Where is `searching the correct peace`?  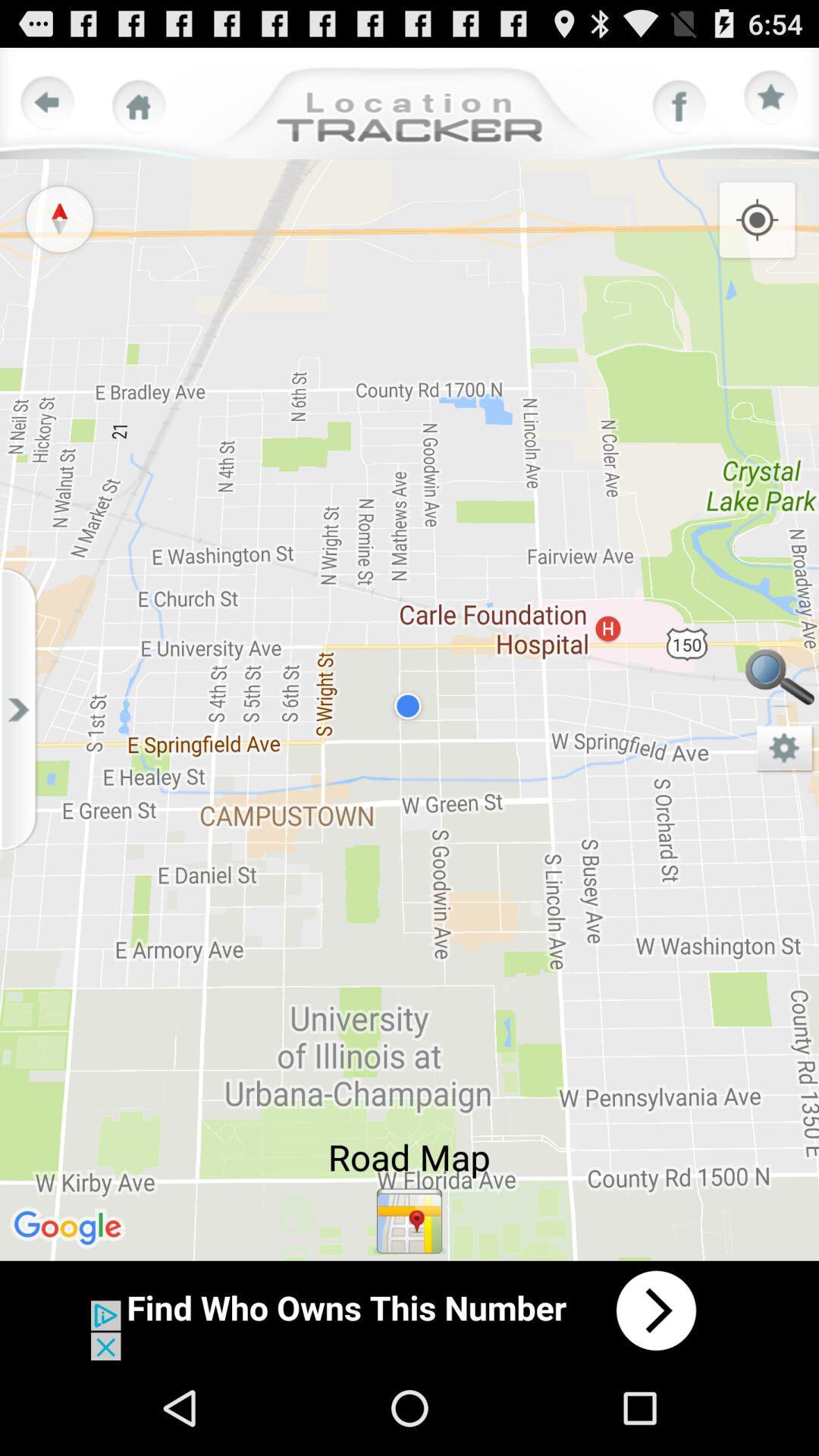
searching the correct peace is located at coordinates (779, 679).